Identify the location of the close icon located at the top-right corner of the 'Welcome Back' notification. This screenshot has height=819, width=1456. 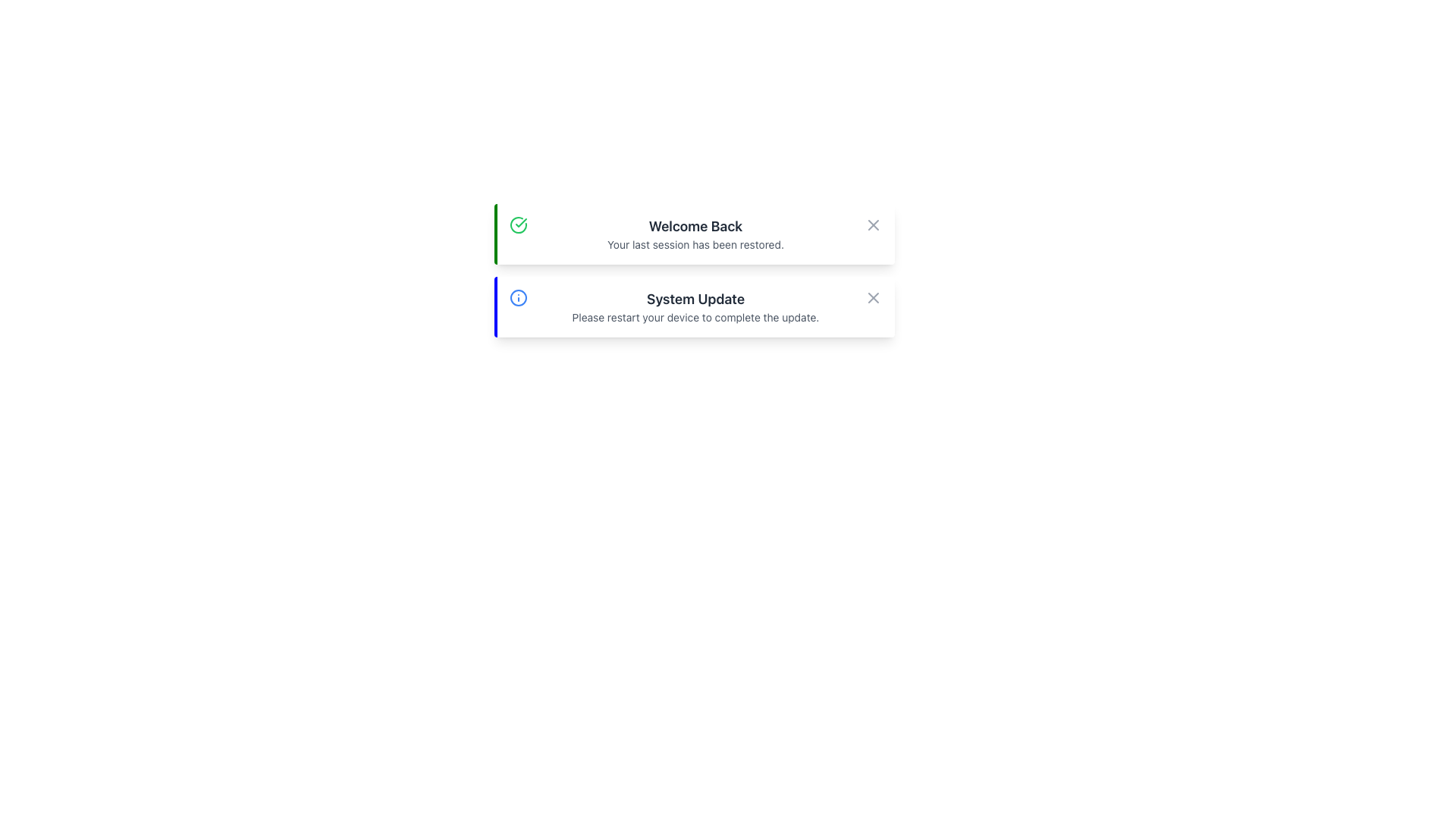
(873, 225).